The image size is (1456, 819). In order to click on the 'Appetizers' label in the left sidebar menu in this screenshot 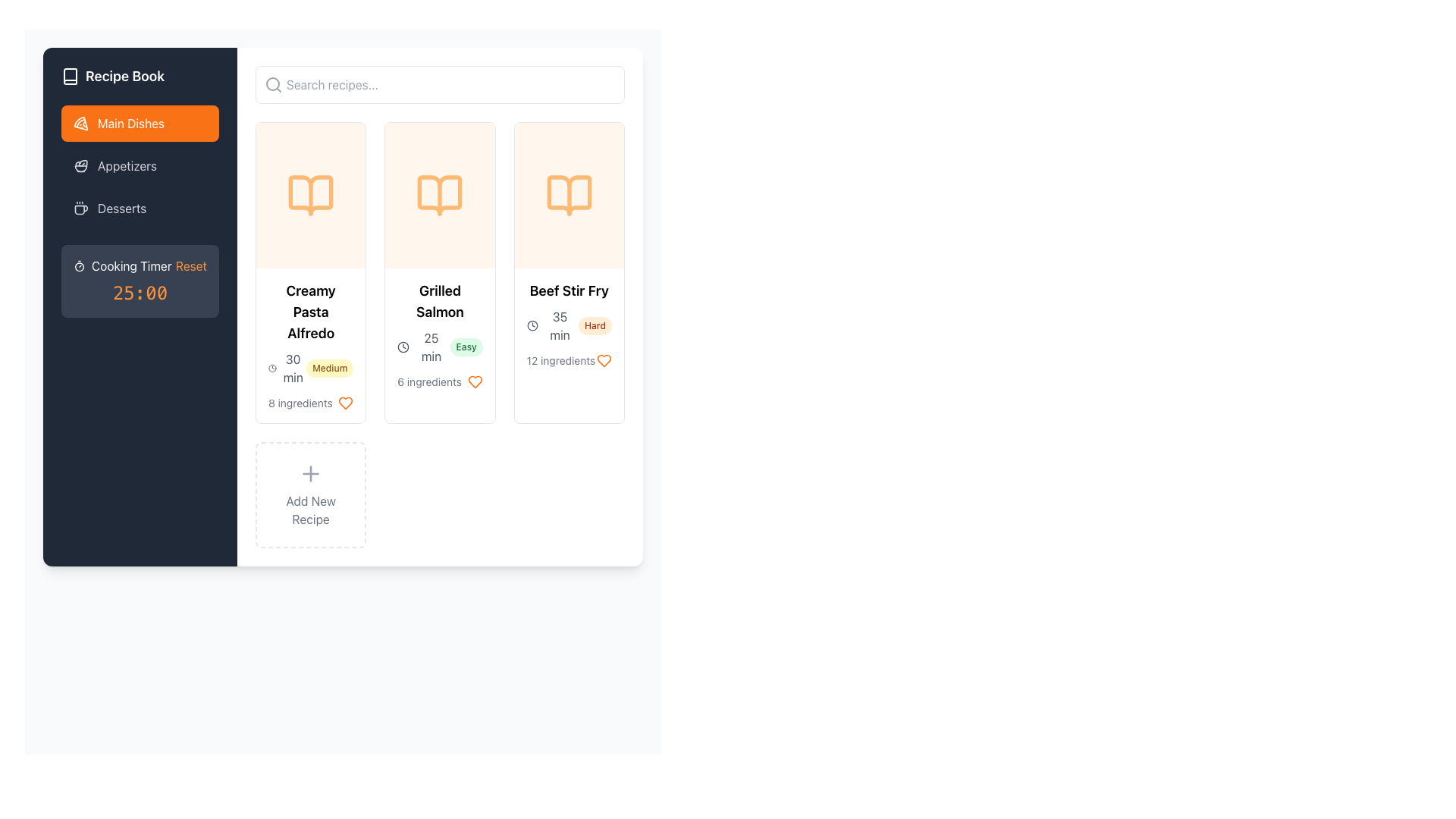, I will do `click(127, 166)`.